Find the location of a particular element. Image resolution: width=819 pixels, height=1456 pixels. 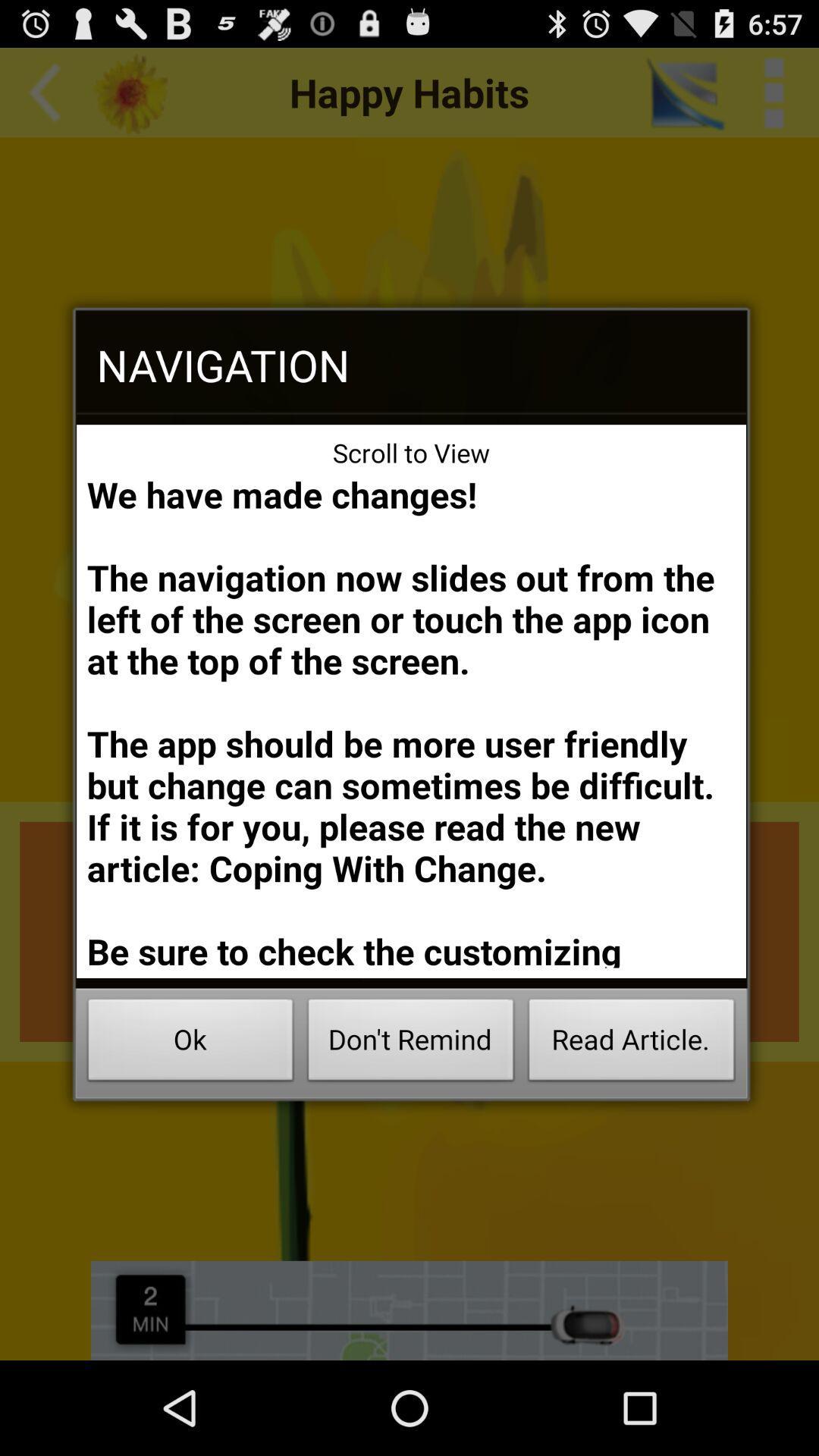

the ok icon is located at coordinates (190, 1043).